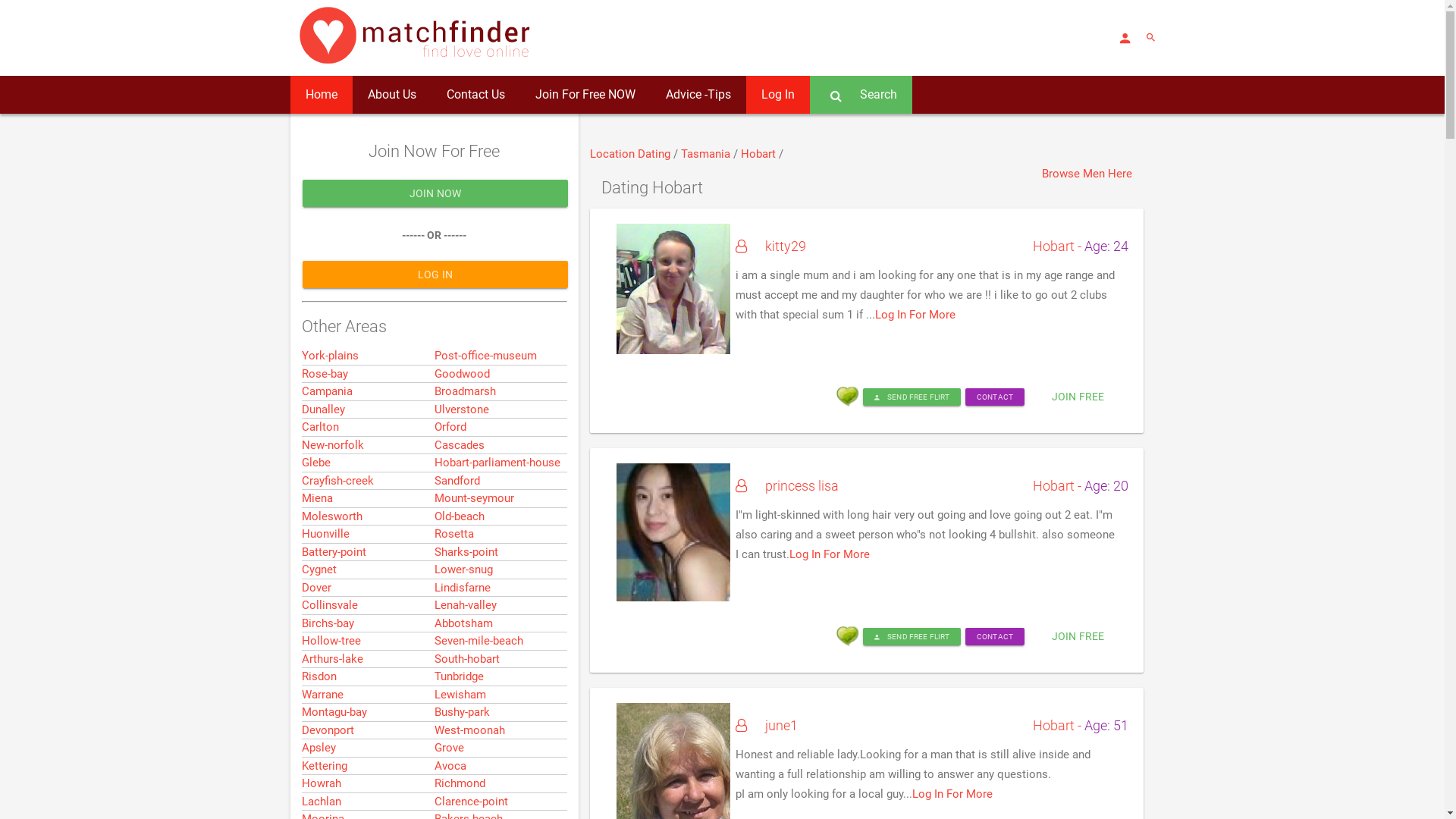 The image size is (1456, 819). Describe the element at coordinates (329, 604) in the screenshot. I see `'Collinsvale'` at that location.